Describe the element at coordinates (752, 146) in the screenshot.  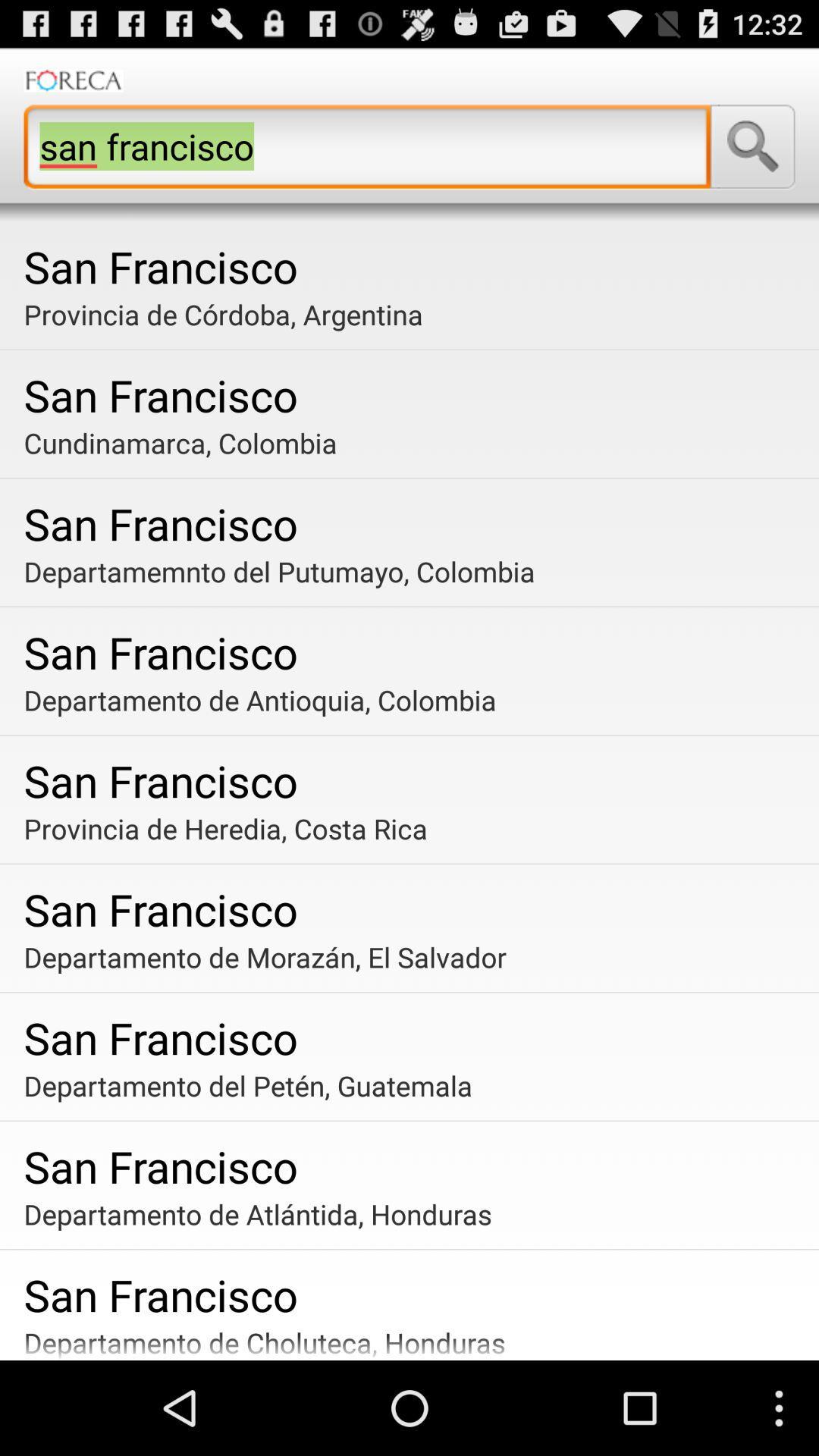
I see `icon to the right of the san francisco` at that location.